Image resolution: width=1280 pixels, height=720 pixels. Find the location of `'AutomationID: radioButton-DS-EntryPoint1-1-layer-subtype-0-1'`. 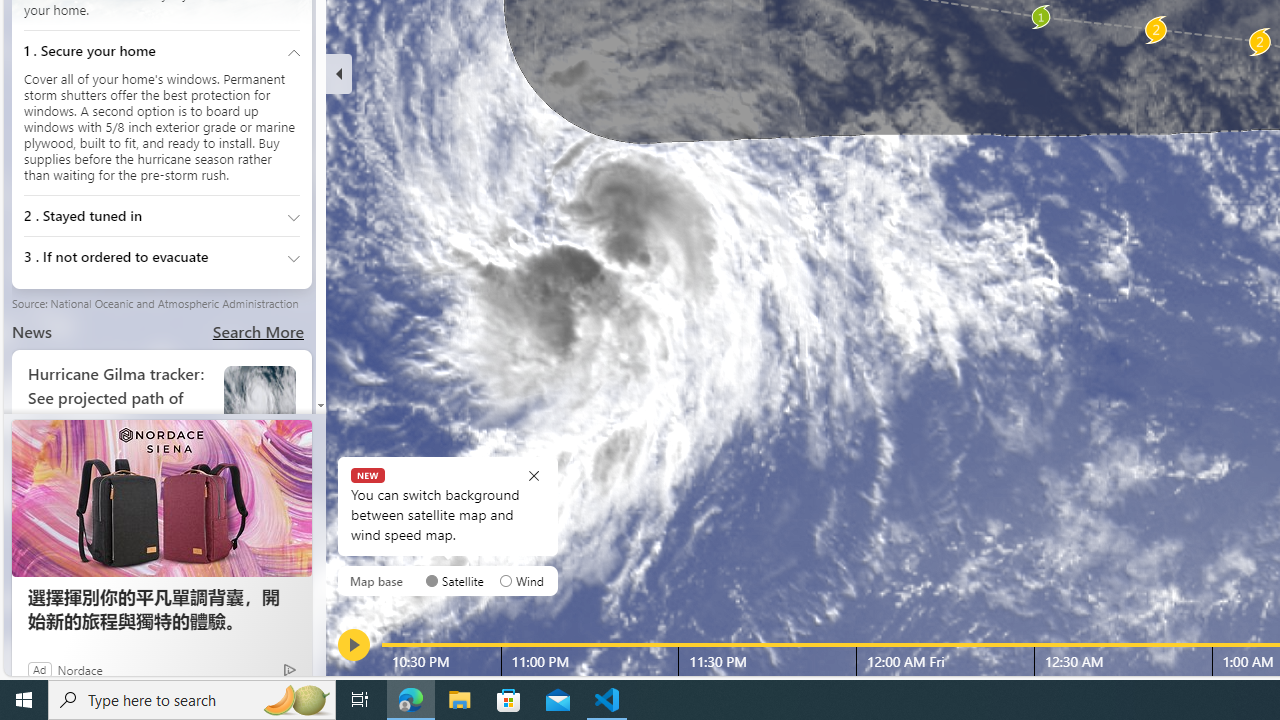

'AutomationID: radioButton-DS-EntryPoint1-1-layer-subtype-0-1' is located at coordinates (505, 581).